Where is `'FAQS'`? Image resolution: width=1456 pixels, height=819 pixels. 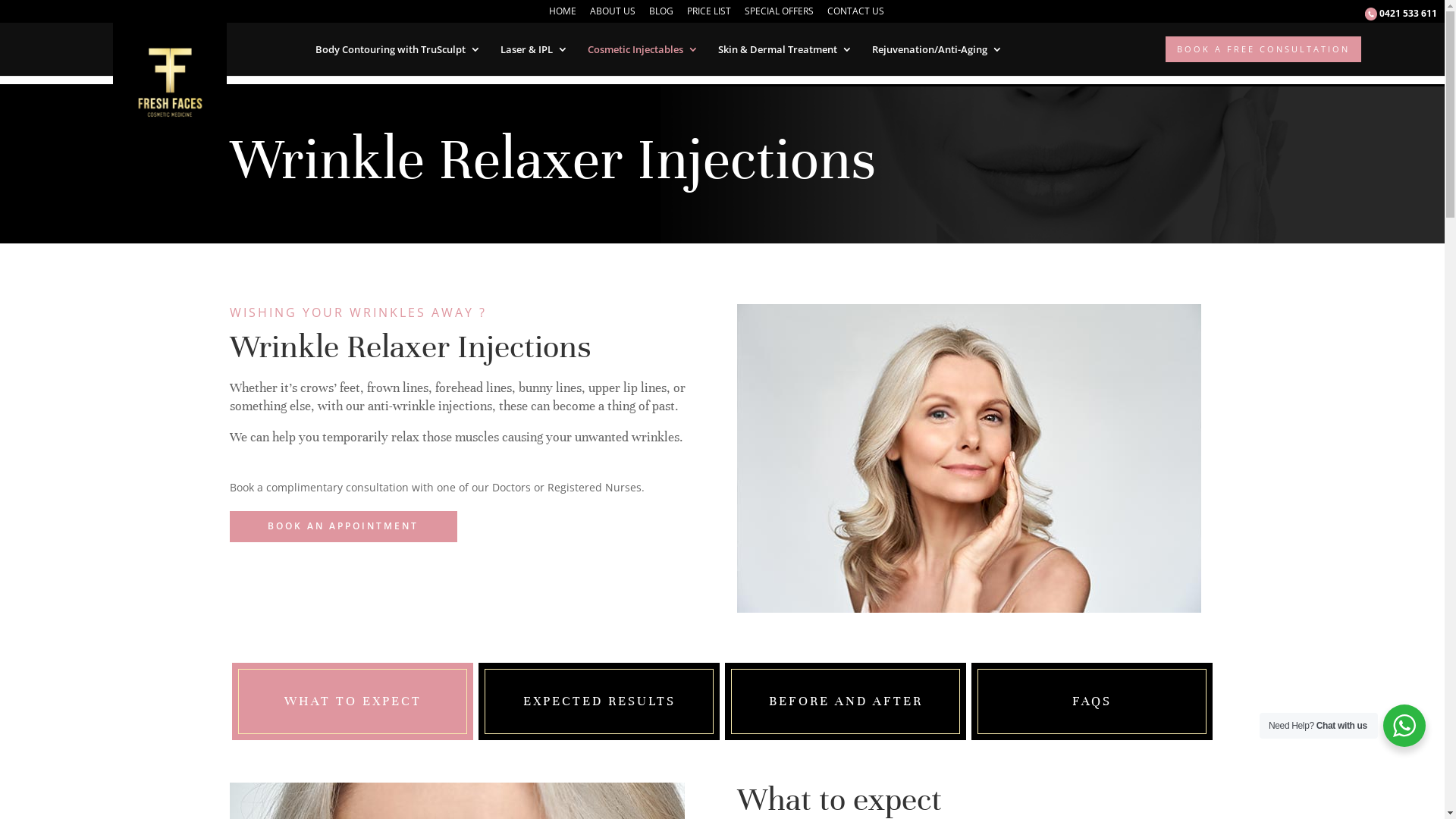
'FAQS' is located at coordinates (1072, 701).